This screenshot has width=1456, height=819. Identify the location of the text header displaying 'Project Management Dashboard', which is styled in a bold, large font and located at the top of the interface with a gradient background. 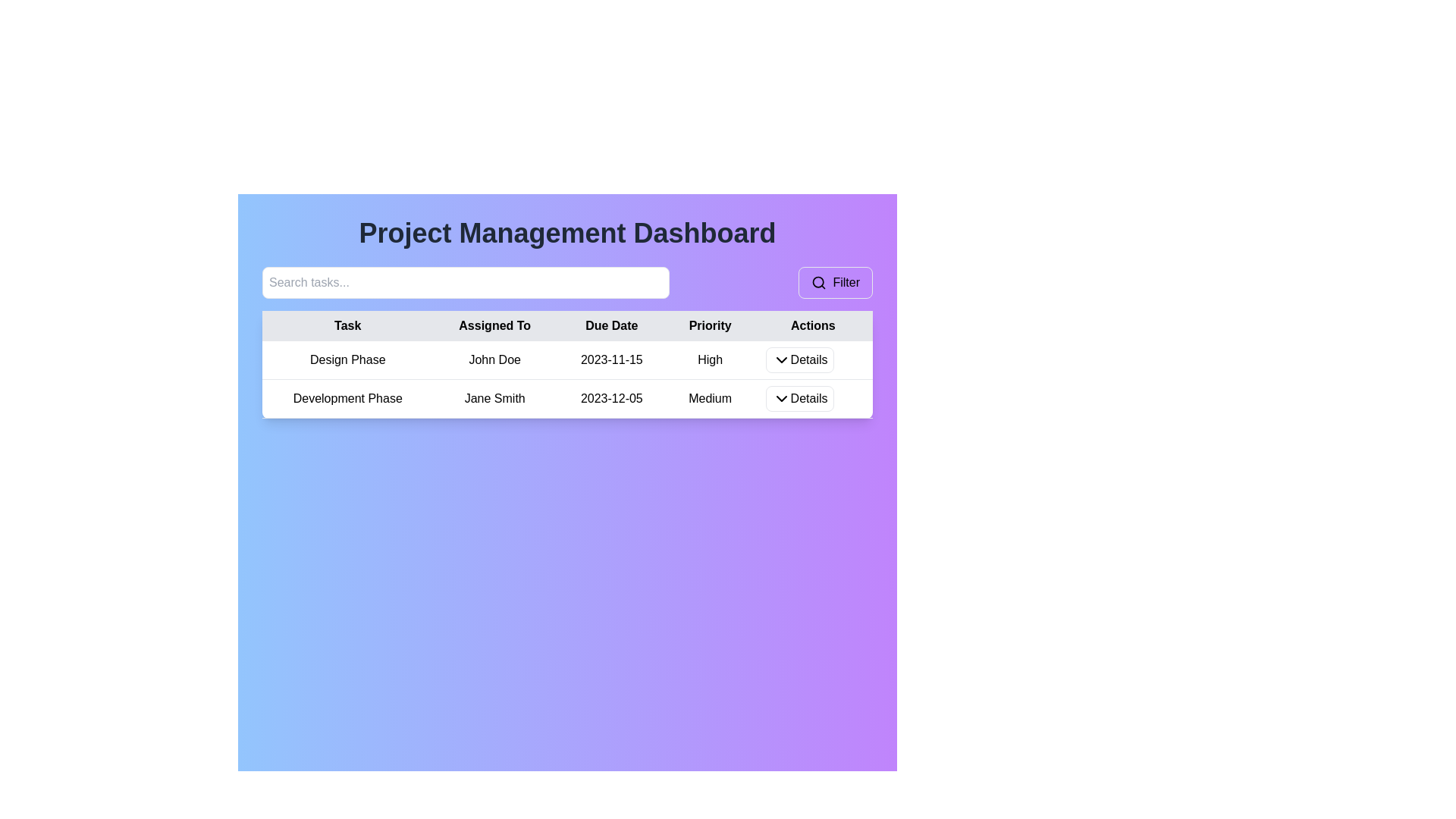
(566, 234).